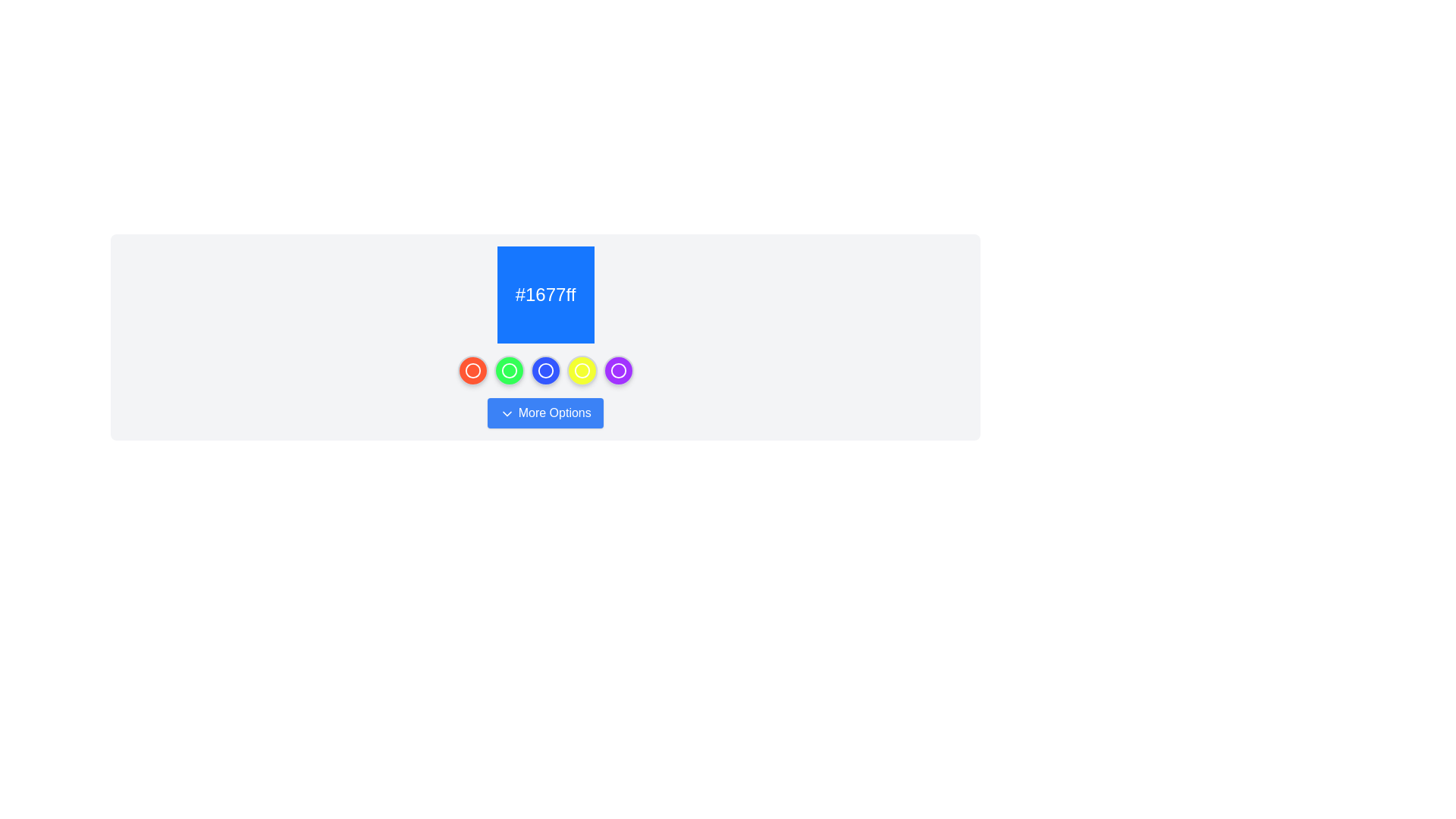 This screenshot has height=819, width=1456. What do you see at coordinates (545, 371) in the screenshot?
I see `the white outlined circle icon button on a blue circular background, which is the second button from the left among four similar buttons located beneath the blue rectangle labeled '#1677ff'` at bounding box center [545, 371].